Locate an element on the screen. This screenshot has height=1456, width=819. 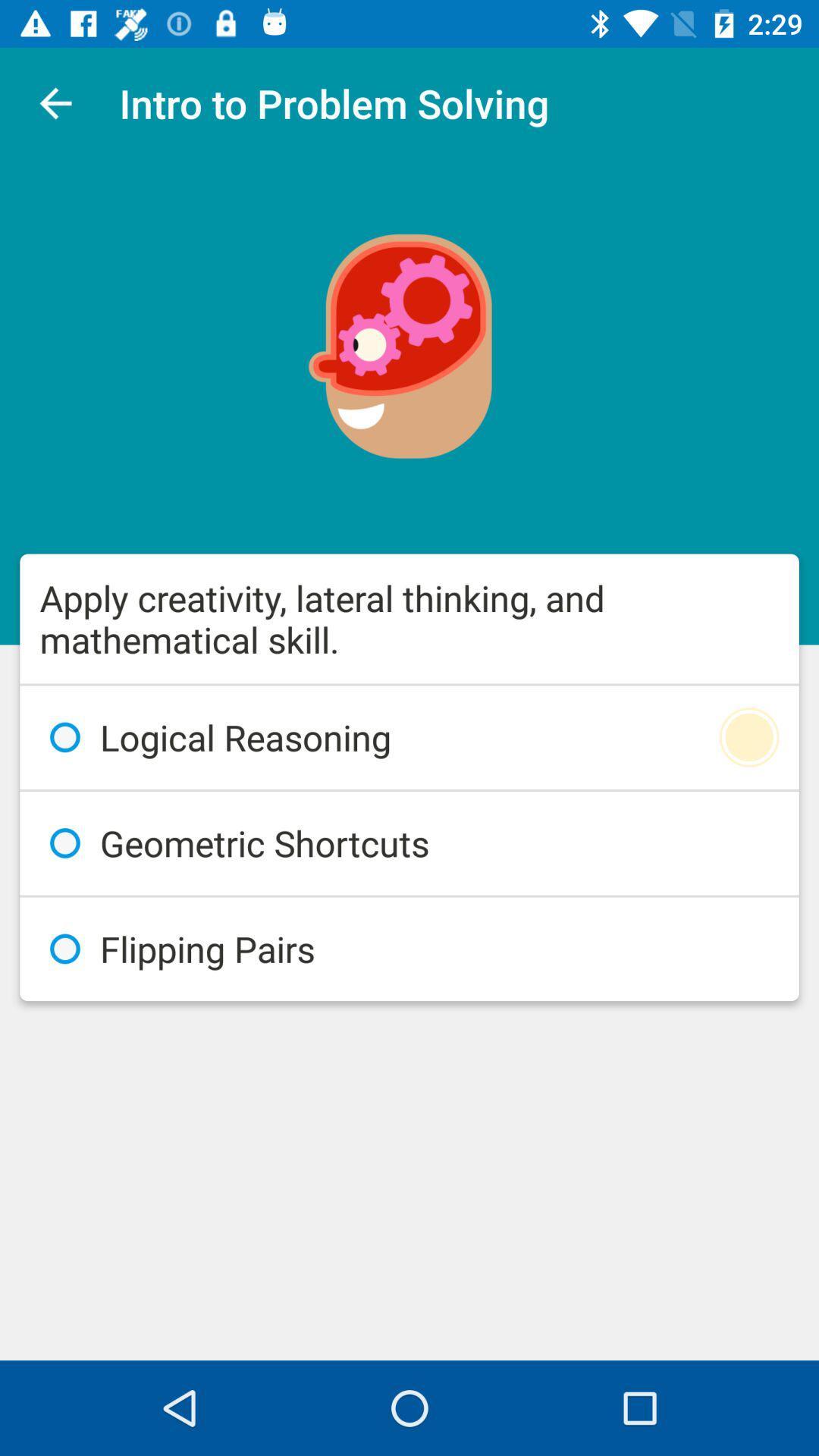
icon below the logical reasoning icon is located at coordinates (409, 843).